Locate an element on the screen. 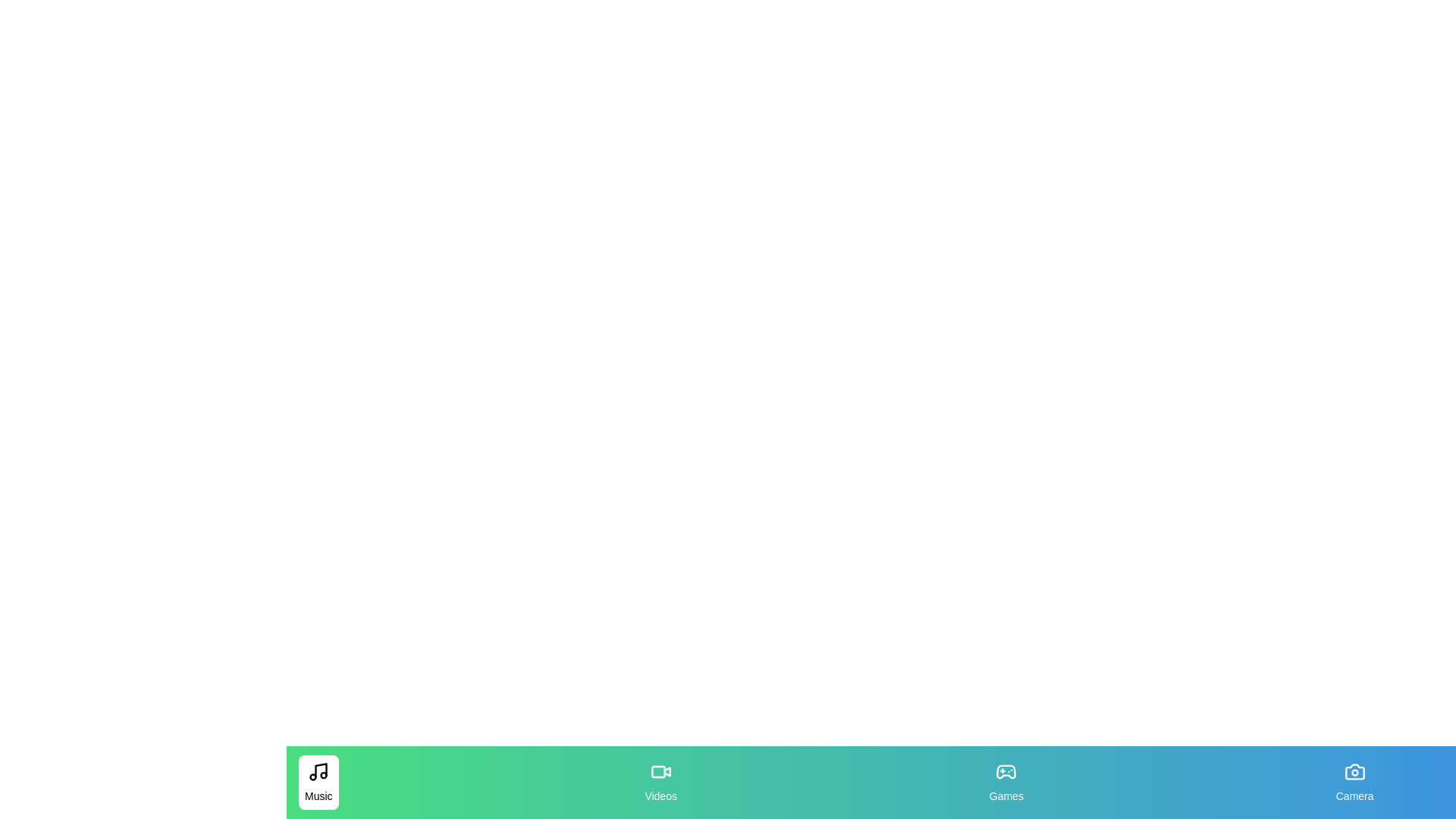 This screenshot has height=819, width=1456. the Camera tab by clicking on it is located at coordinates (1354, 783).